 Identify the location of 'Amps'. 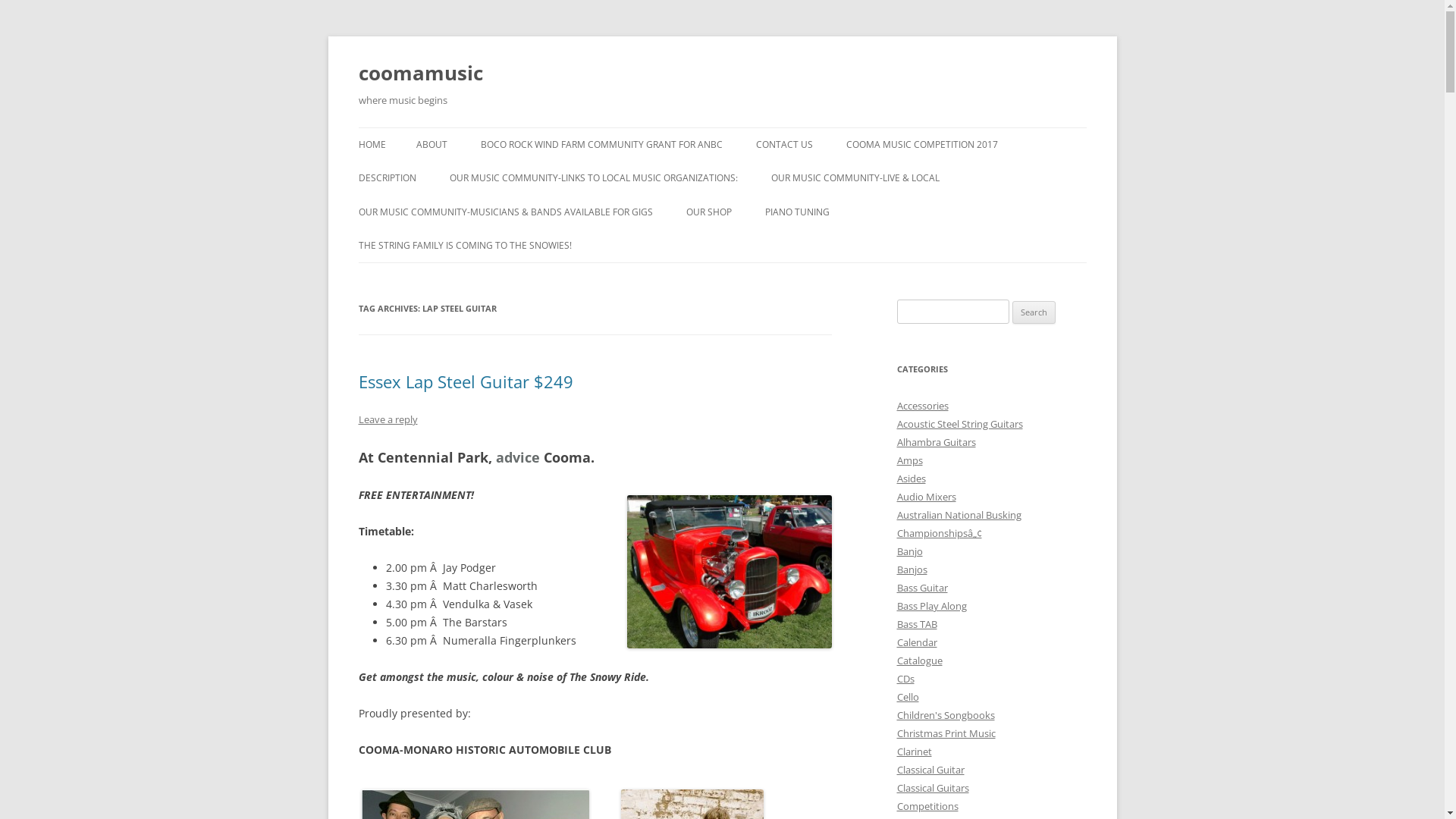
(896, 459).